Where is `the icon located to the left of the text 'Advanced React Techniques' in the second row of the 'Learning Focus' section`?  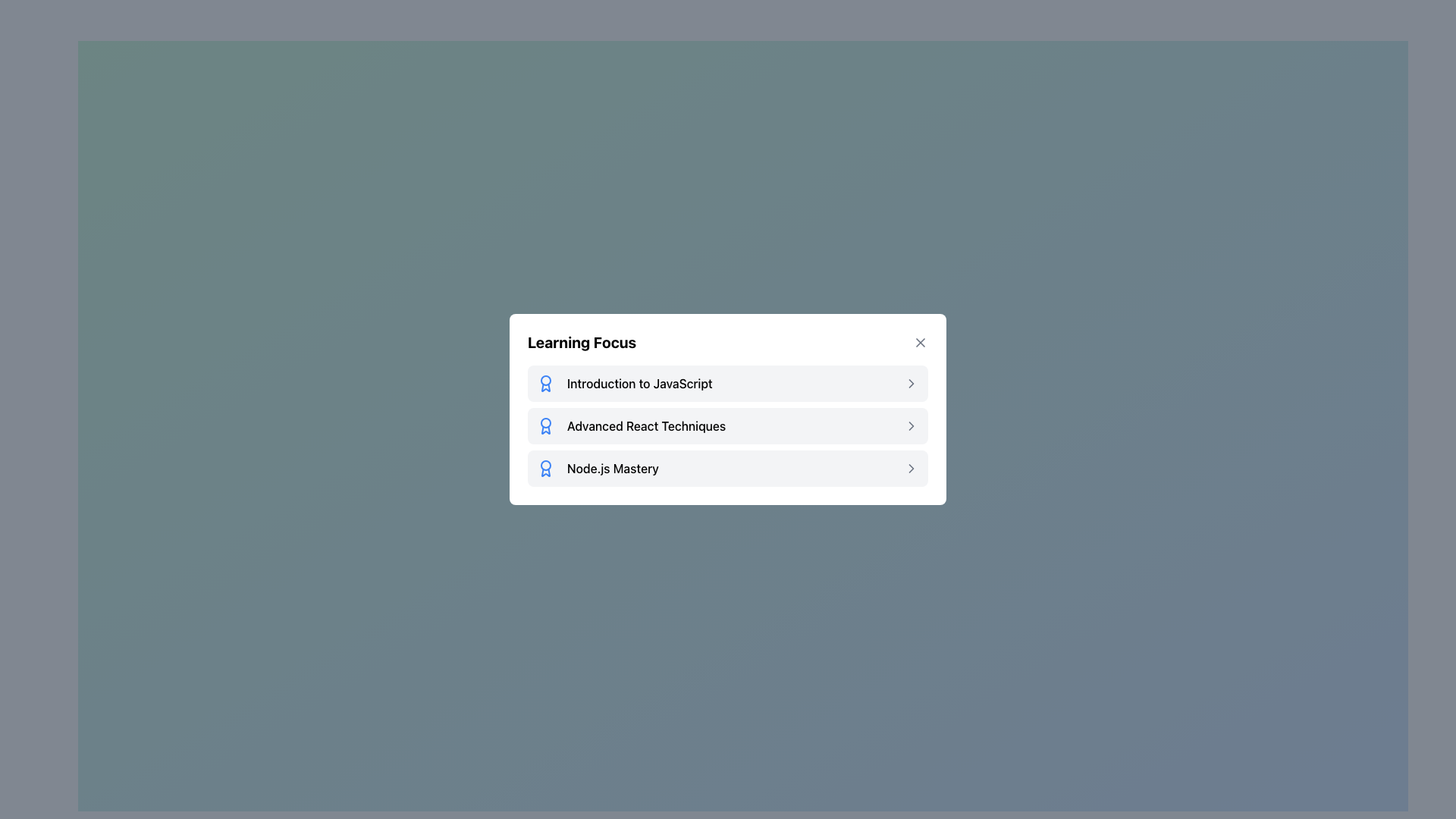
the icon located to the left of the text 'Advanced React Techniques' in the second row of the 'Learning Focus' section is located at coordinates (546, 426).